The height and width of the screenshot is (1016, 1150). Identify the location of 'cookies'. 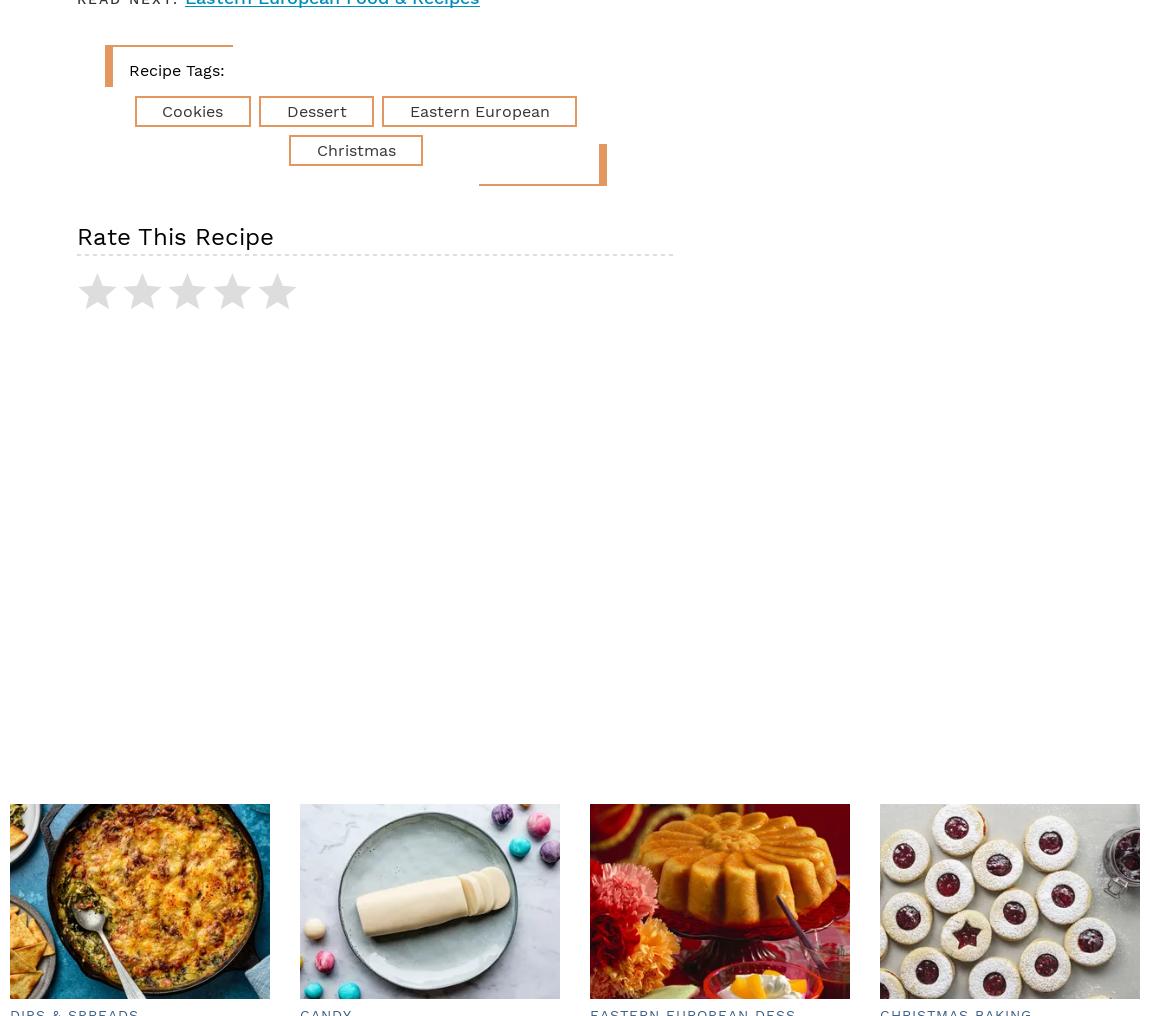
(161, 110).